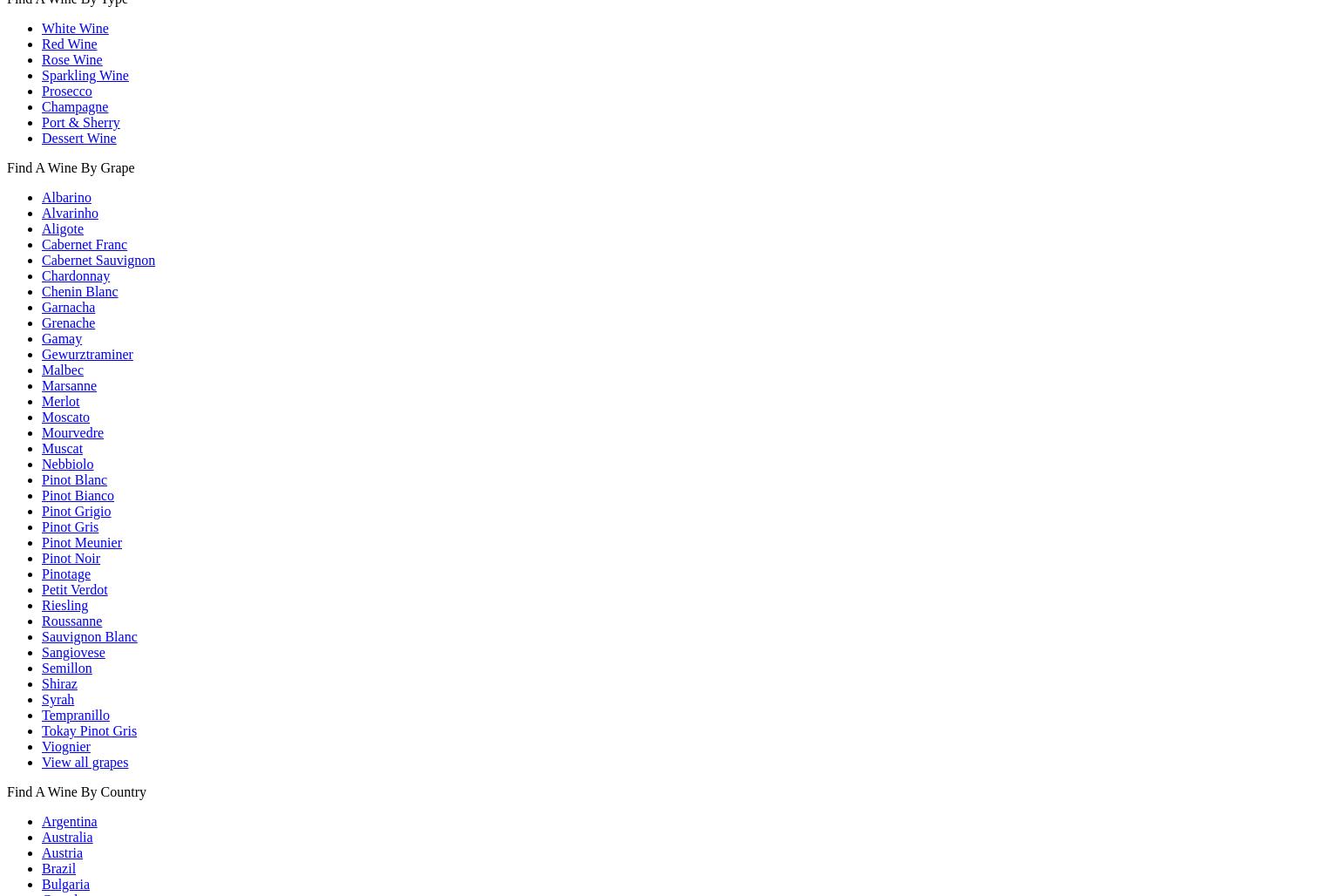 Image resolution: width=1329 pixels, height=896 pixels. Describe the element at coordinates (69, 384) in the screenshot. I see `'Marsanne'` at that location.